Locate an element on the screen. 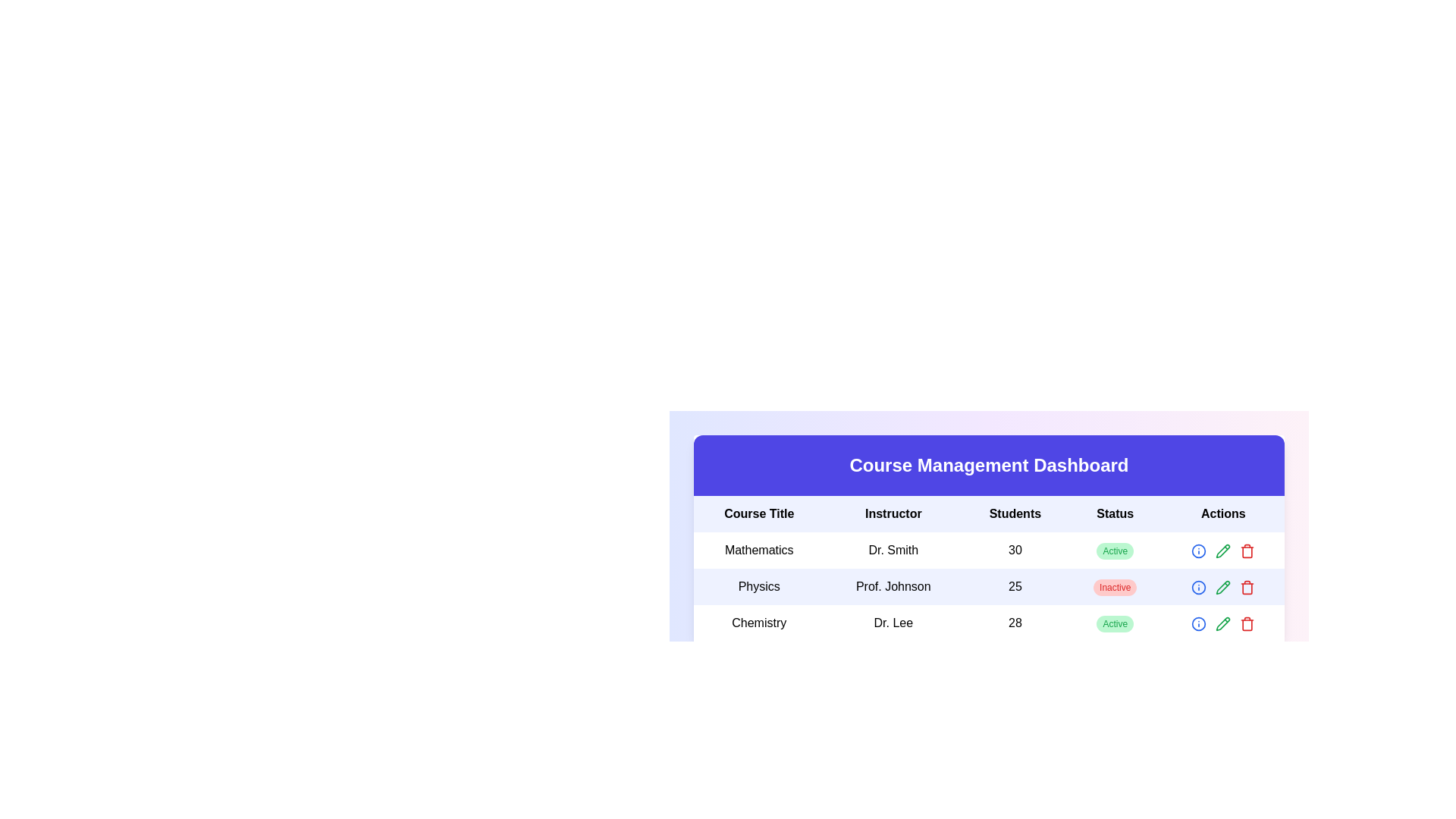 Image resolution: width=1456 pixels, height=819 pixels. header text labeled 'Course Management Dashboard' which is prominently displayed in bold white font against an indigo background at the top of the interface is located at coordinates (989, 464).